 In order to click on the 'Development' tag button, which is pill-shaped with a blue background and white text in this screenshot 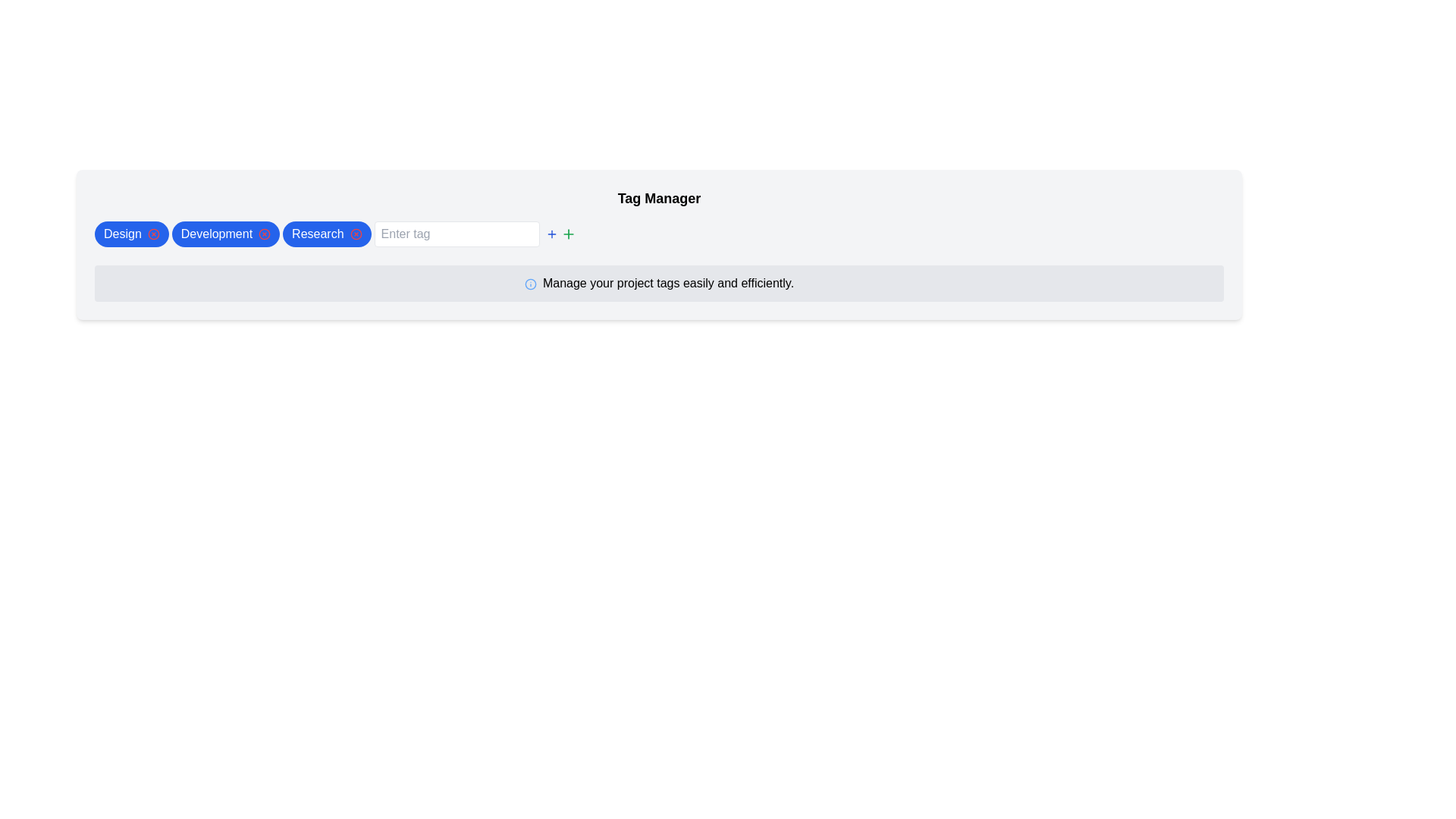, I will do `click(224, 234)`.